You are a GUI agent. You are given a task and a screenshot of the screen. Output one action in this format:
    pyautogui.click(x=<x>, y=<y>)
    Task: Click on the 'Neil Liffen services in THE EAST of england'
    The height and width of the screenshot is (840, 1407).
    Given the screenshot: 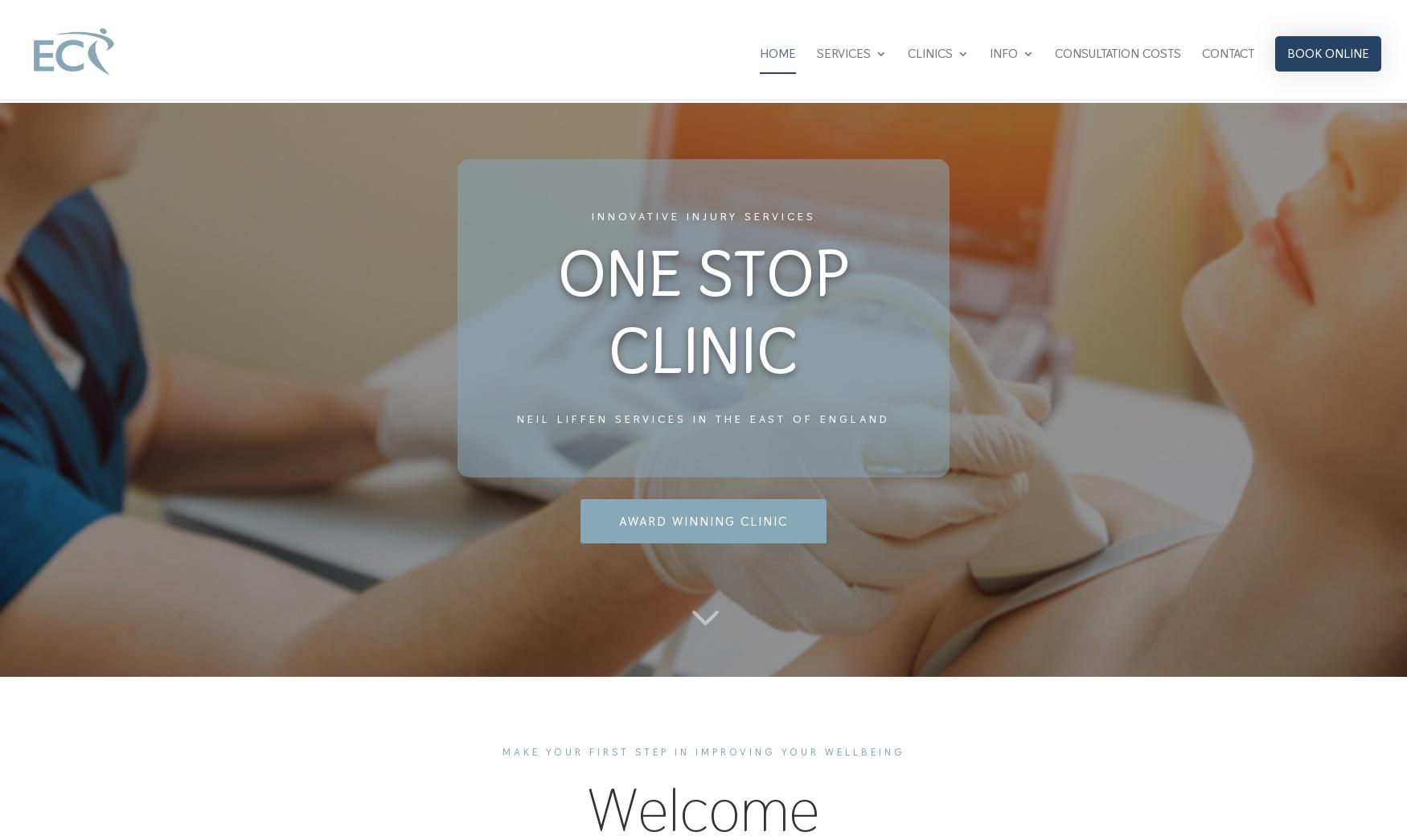 What is the action you would take?
    pyautogui.click(x=703, y=416)
    